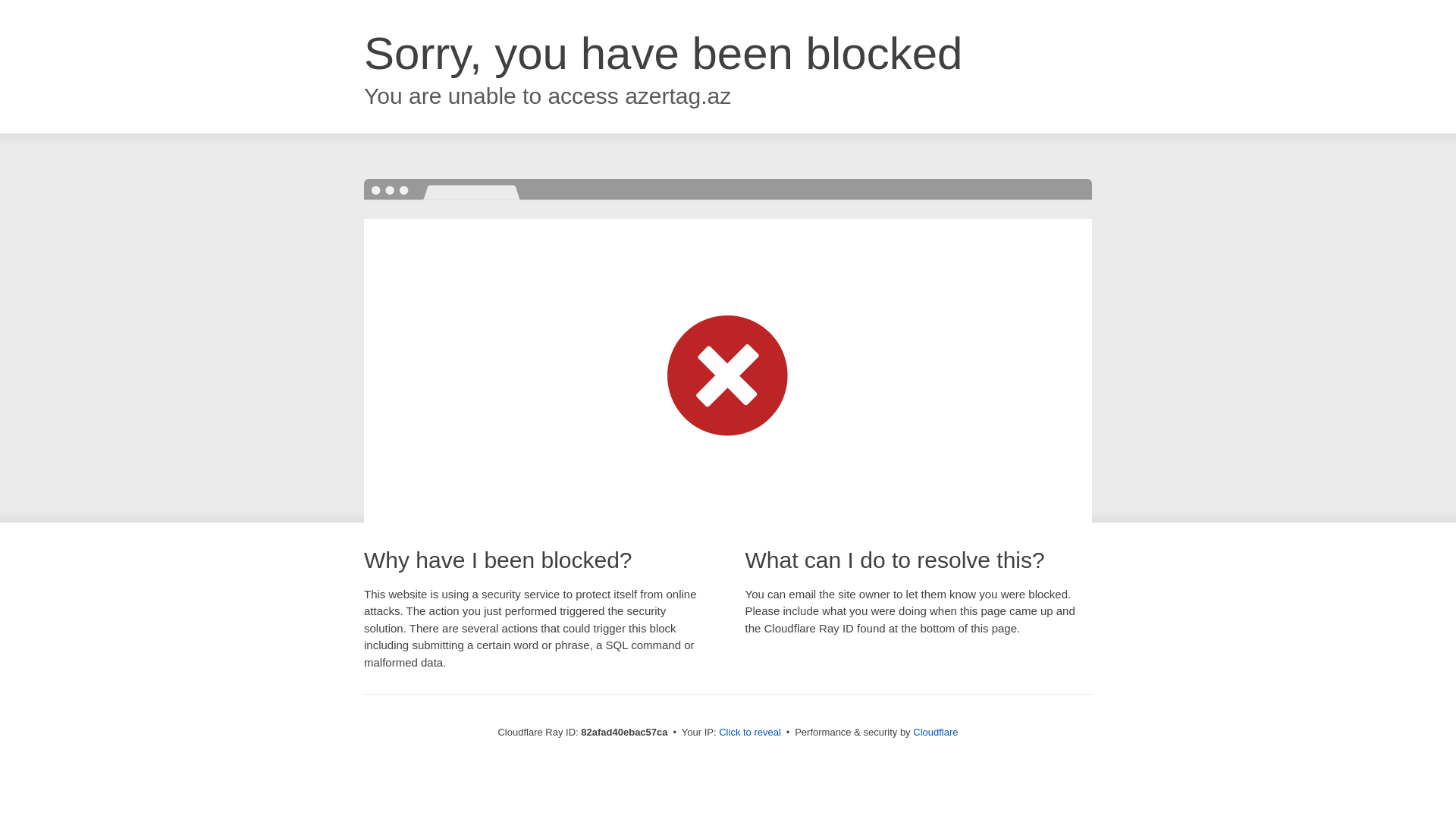  What do you see at coordinates (749, 731) in the screenshot?
I see `'Click to reveal'` at bounding box center [749, 731].